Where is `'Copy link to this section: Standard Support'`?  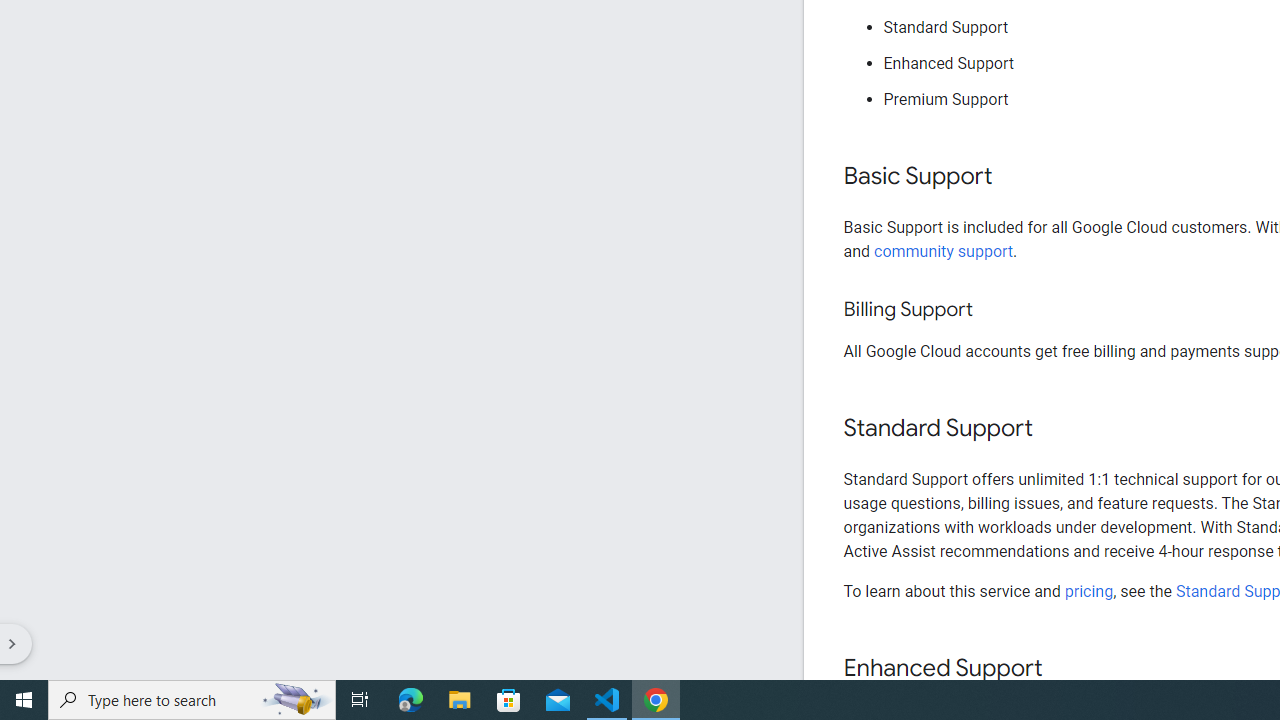
'Copy link to this section: Standard Support' is located at coordinates (1052, 428).